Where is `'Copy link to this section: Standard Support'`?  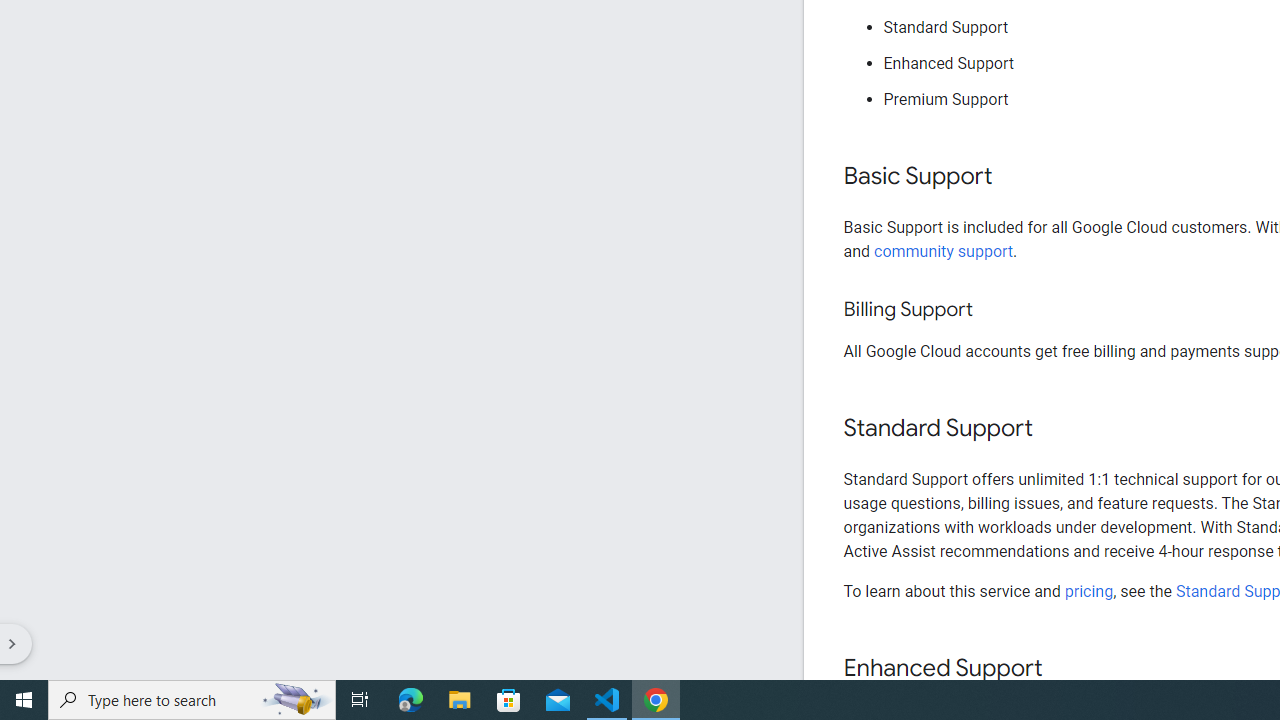
'Copy link to this section: Standard Support' is located at coordinates (1052, 428).